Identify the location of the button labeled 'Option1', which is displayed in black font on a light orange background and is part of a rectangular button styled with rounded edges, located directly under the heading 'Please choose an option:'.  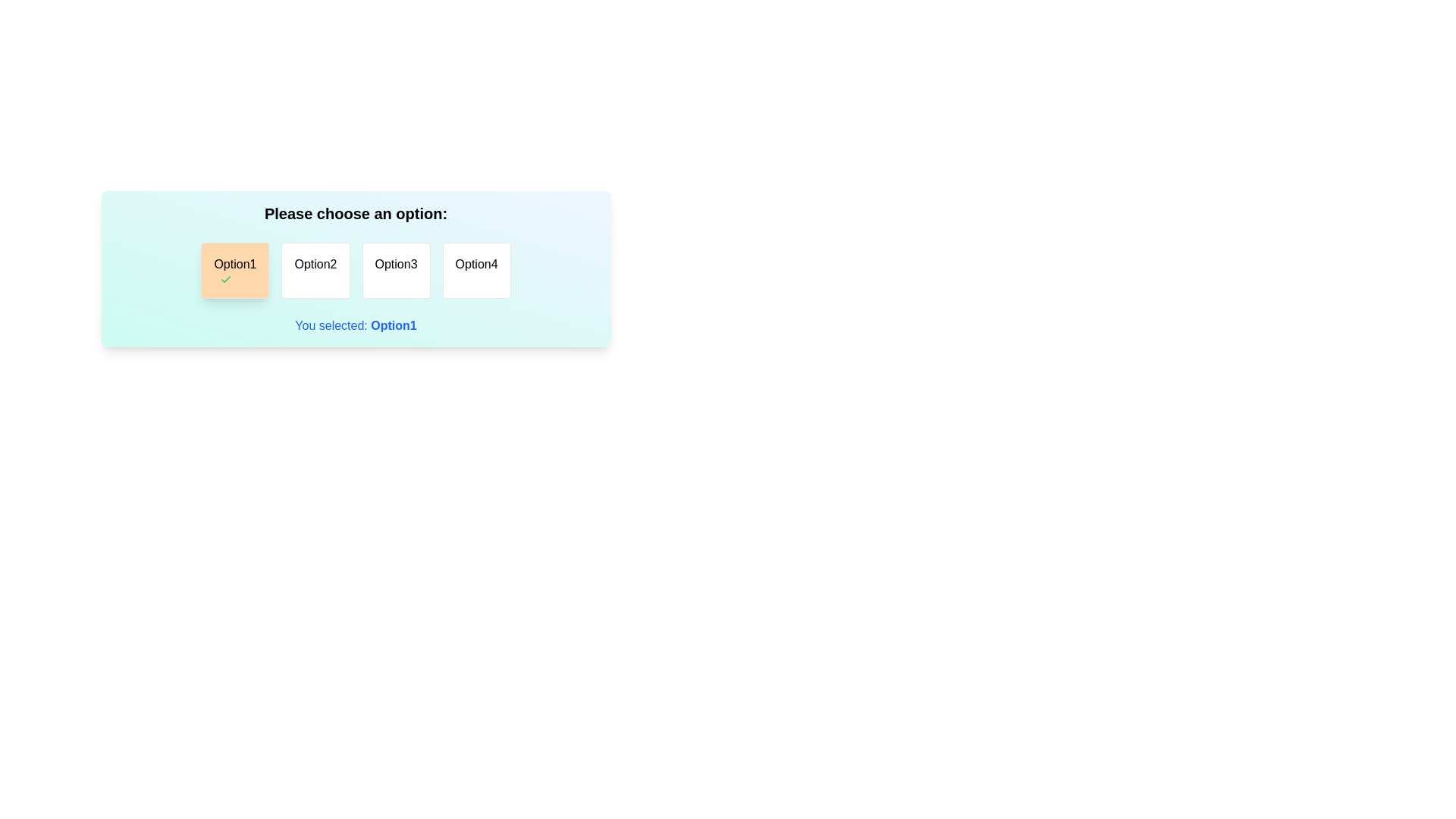
(234, 263).